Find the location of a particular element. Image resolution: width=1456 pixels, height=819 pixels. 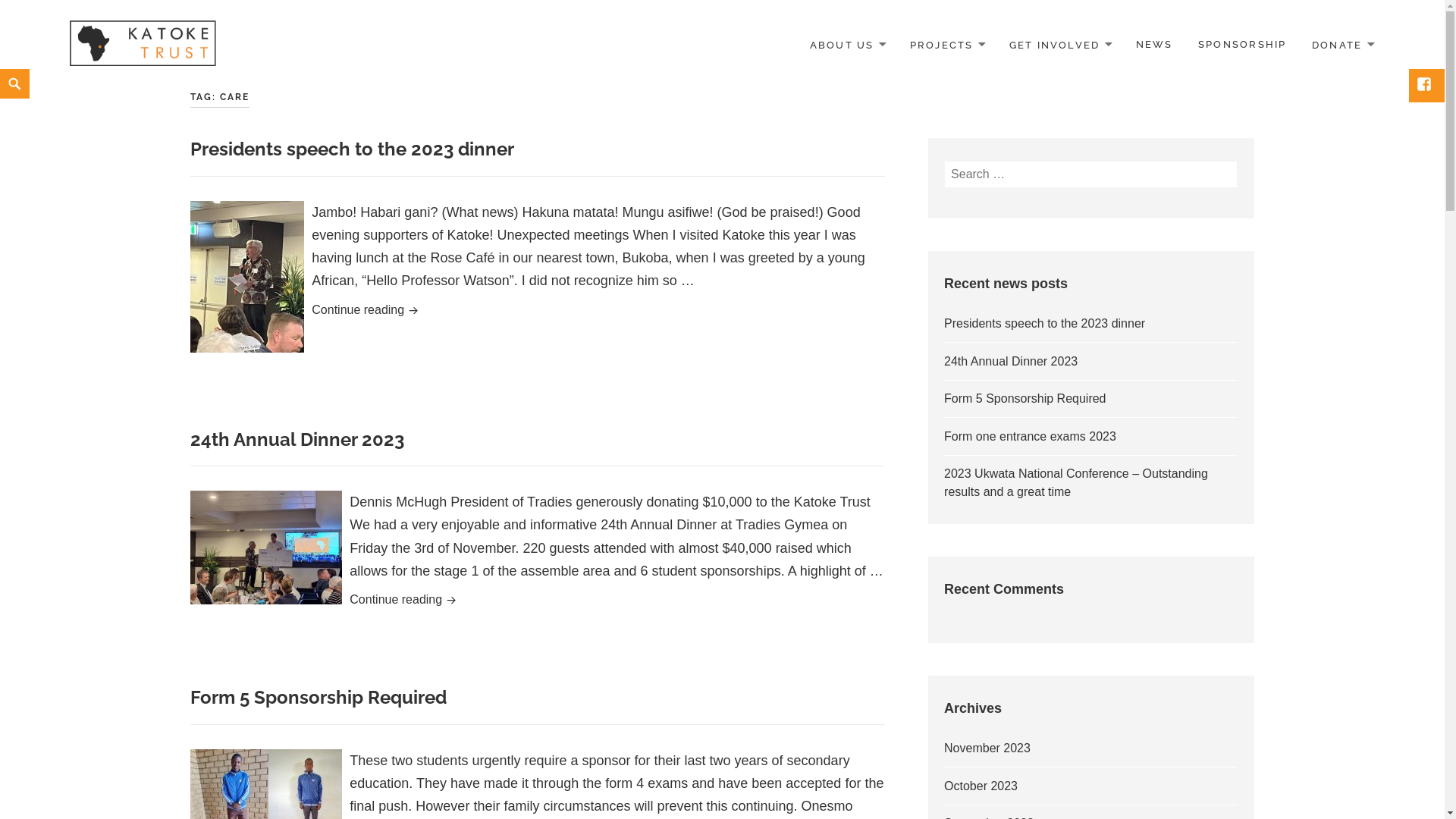

'SPONSORSHIP' is located at coordinates (1241, 43).